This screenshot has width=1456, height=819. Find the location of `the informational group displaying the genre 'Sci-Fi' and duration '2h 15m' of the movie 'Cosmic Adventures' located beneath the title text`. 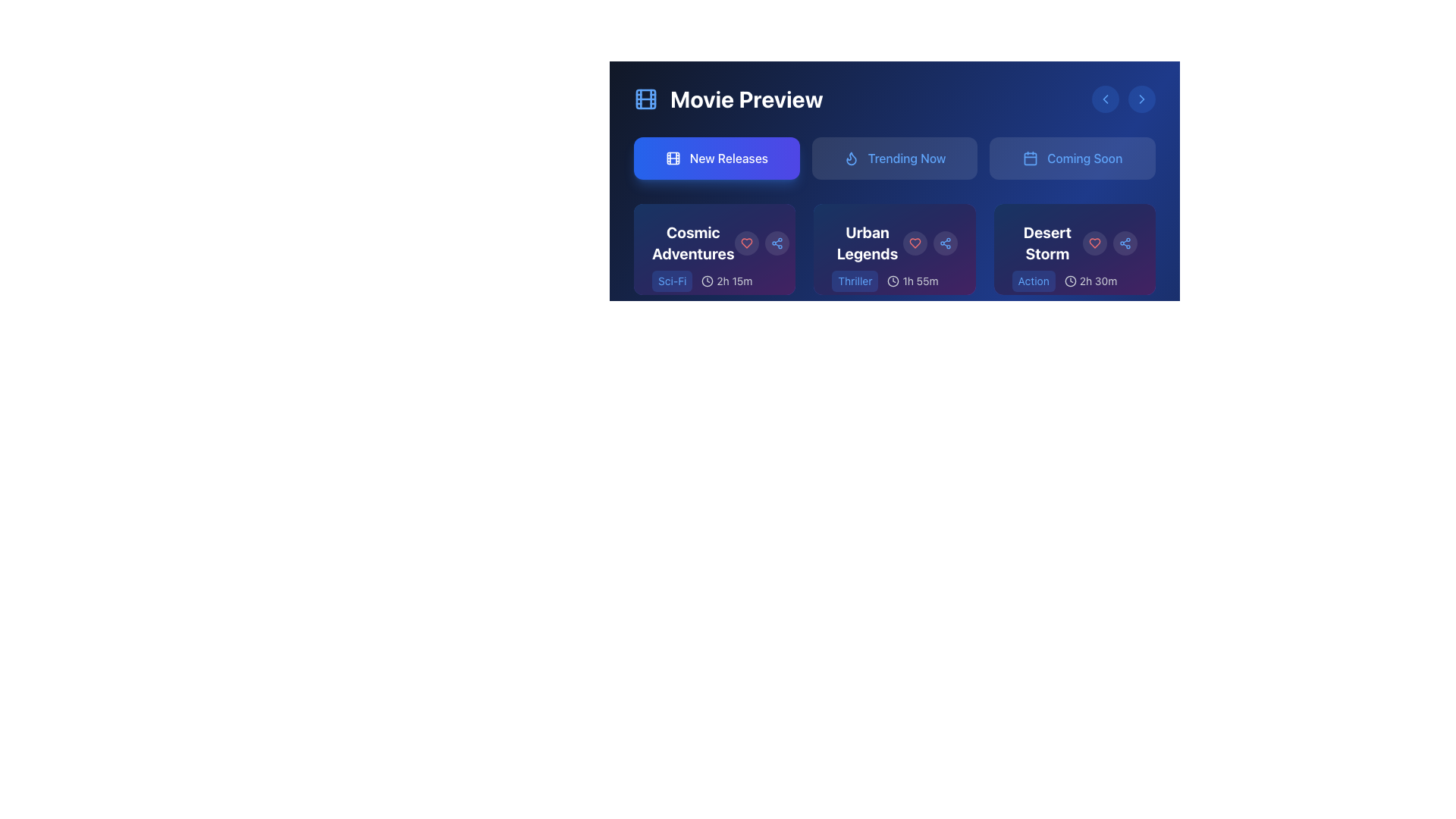

the informational group displaying the genre 'Sci-Fi' and duration '2h 15m' of the movie 'Cosmic Adventures' located beneath the title text is located at coordinates (714, 293).